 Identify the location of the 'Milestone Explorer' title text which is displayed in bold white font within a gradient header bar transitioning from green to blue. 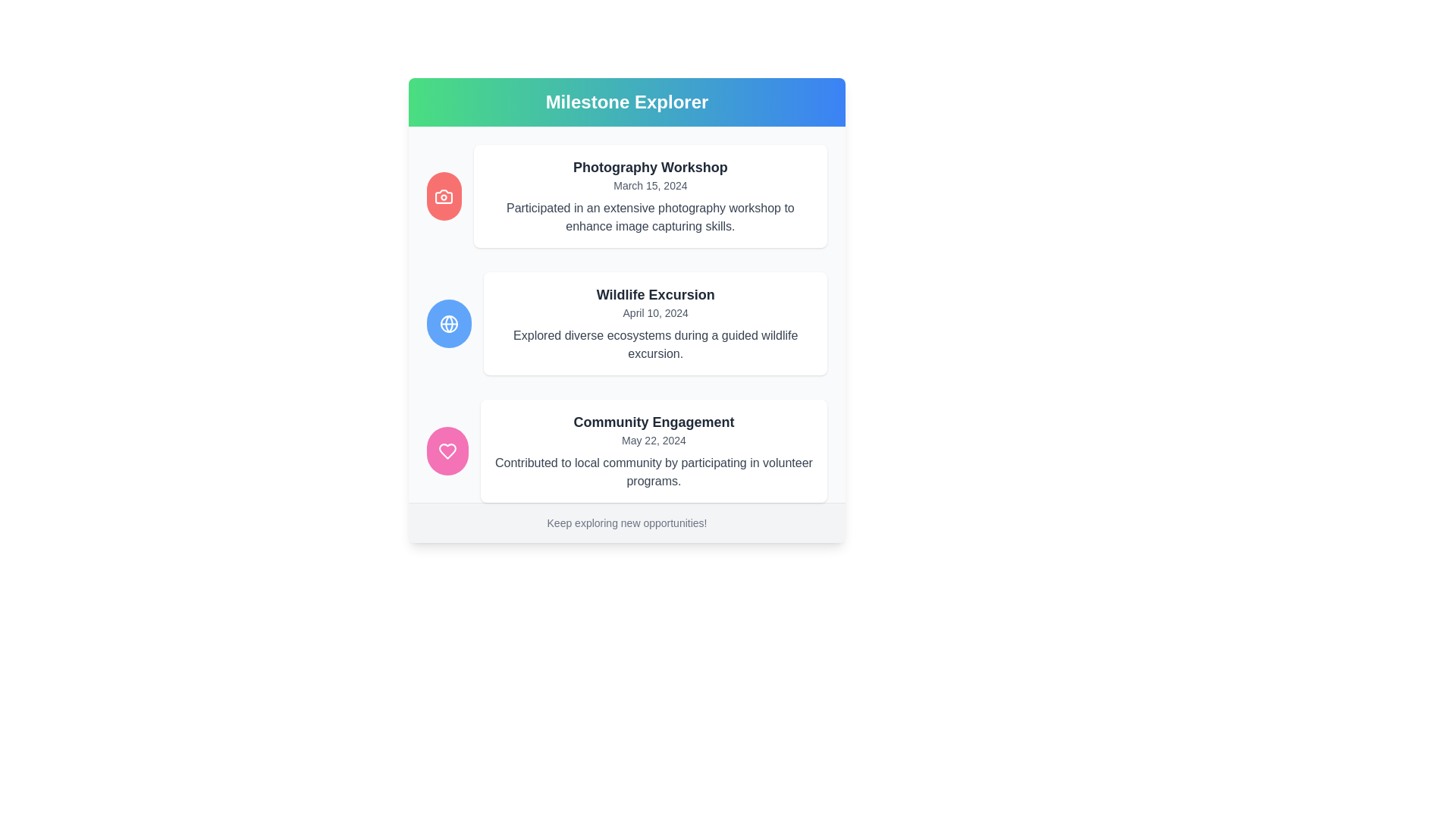
(626, 102).